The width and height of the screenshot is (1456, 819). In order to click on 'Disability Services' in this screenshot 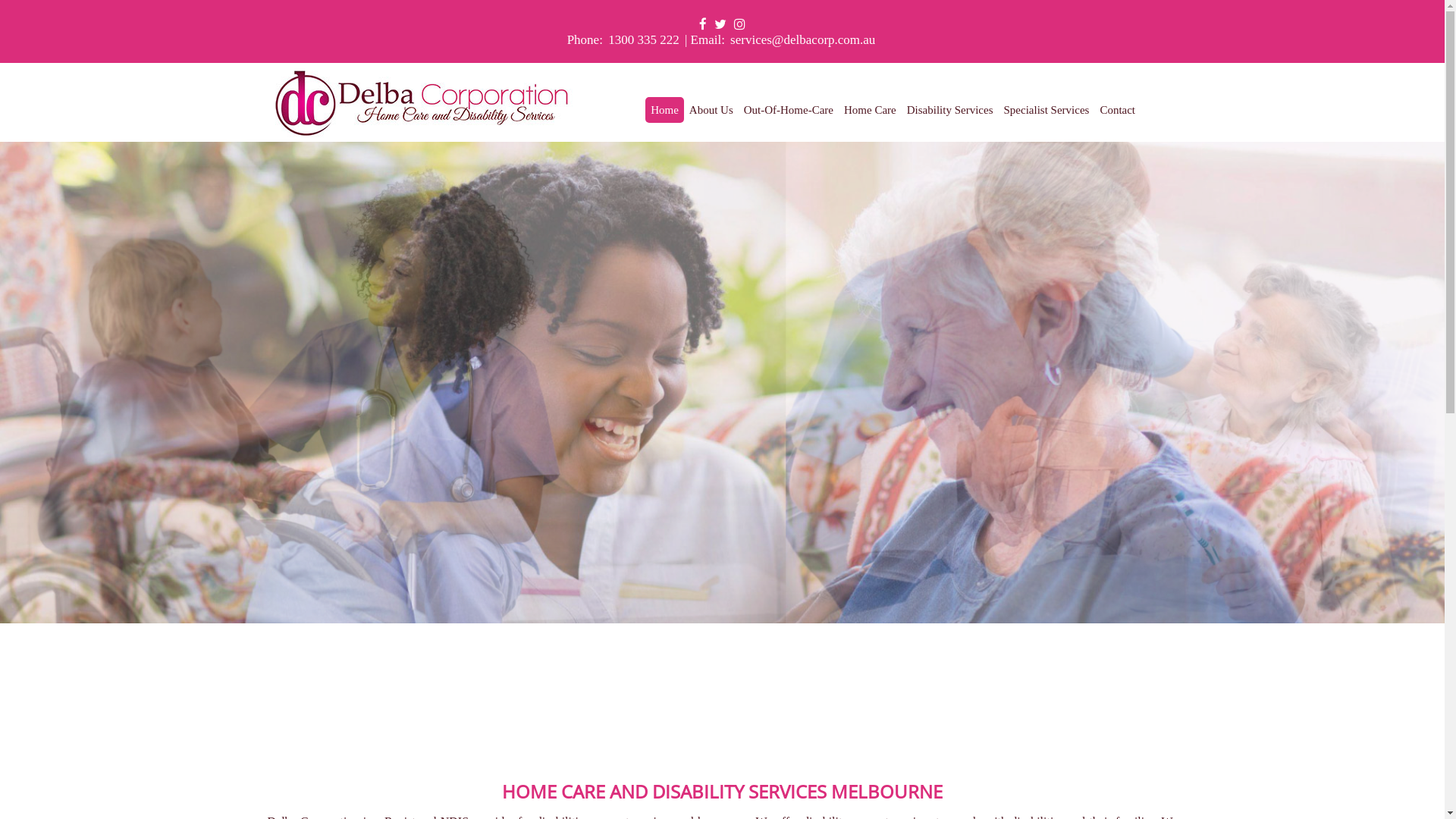, I will do `click(949, 109)`.